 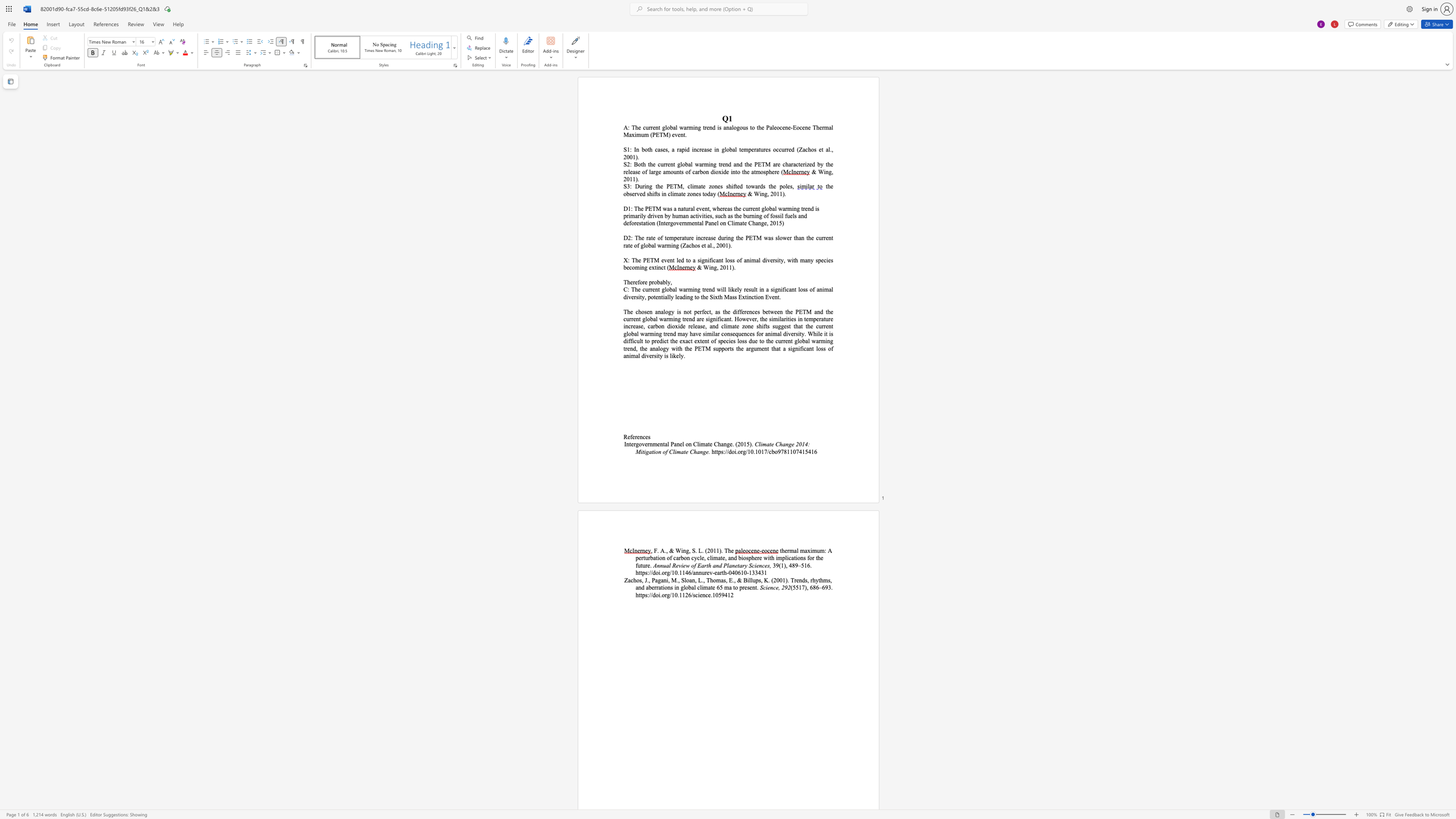 I want to click on the subset text "achos" within the text "S1: In both cases, a rapid increase in global temperatures occurred (Zachos et al., 2001).", so click(x=802, y=149).